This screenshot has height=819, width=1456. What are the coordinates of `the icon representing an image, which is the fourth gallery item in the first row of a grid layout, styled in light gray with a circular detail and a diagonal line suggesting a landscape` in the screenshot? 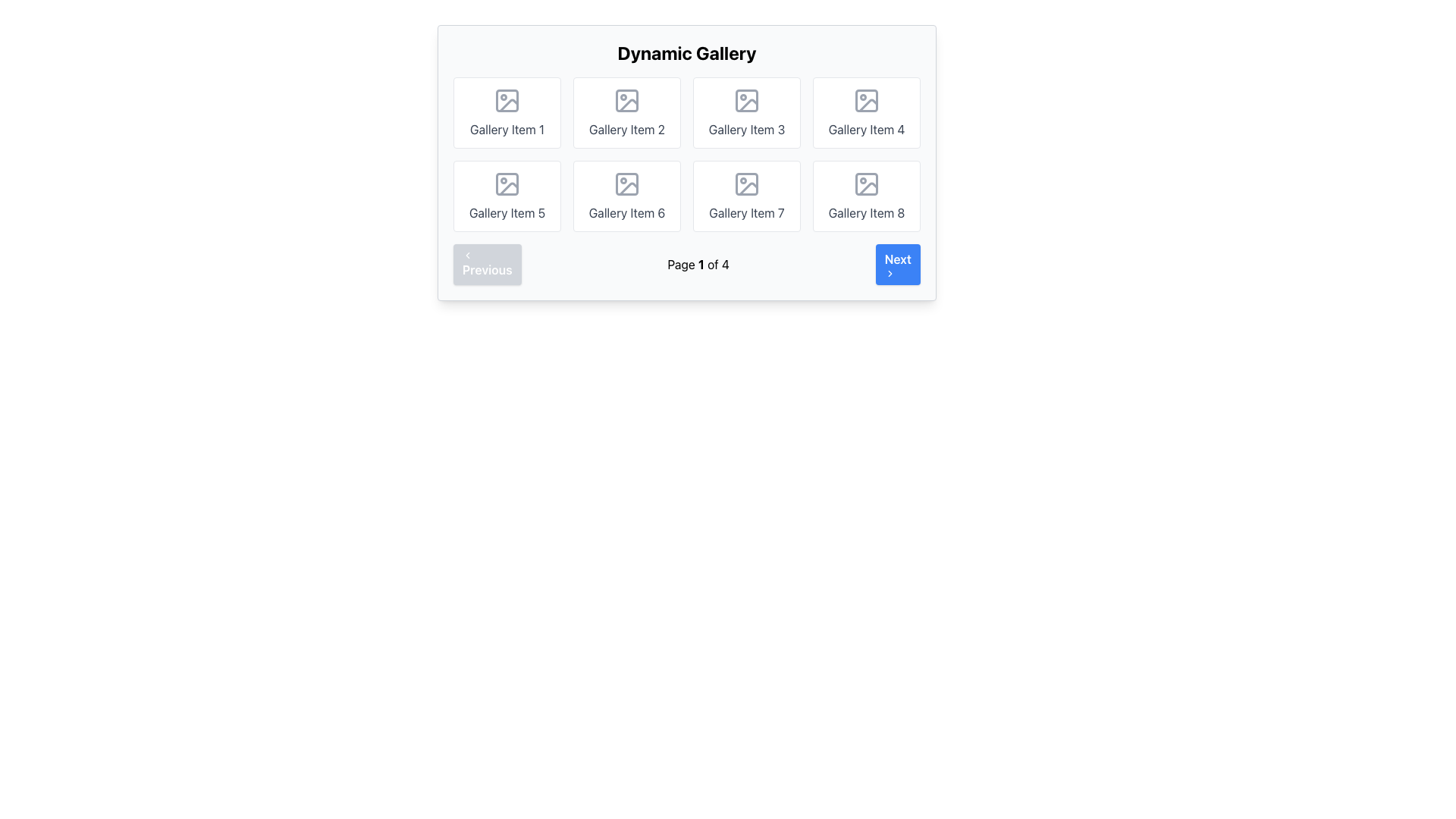 It's located at (866, 100).